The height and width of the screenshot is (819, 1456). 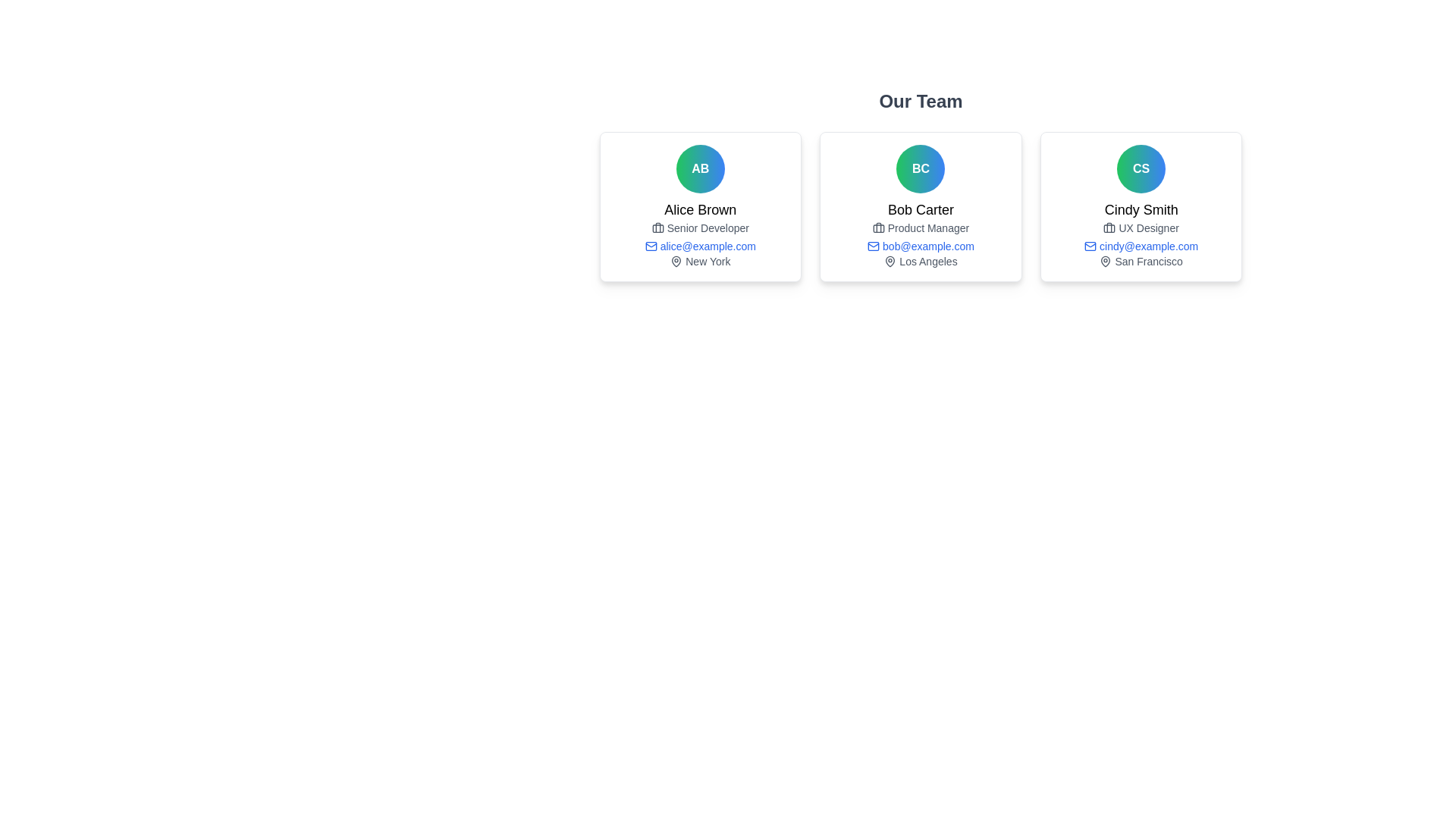 What do you see at coordinates (920, 245) in the screenshot?
I see `the email link 'bob@example.com' displayed in blue text with a mail icon, located below the 'Product Manager' section within the Bob Carter card` at bounding box center [920, 245].